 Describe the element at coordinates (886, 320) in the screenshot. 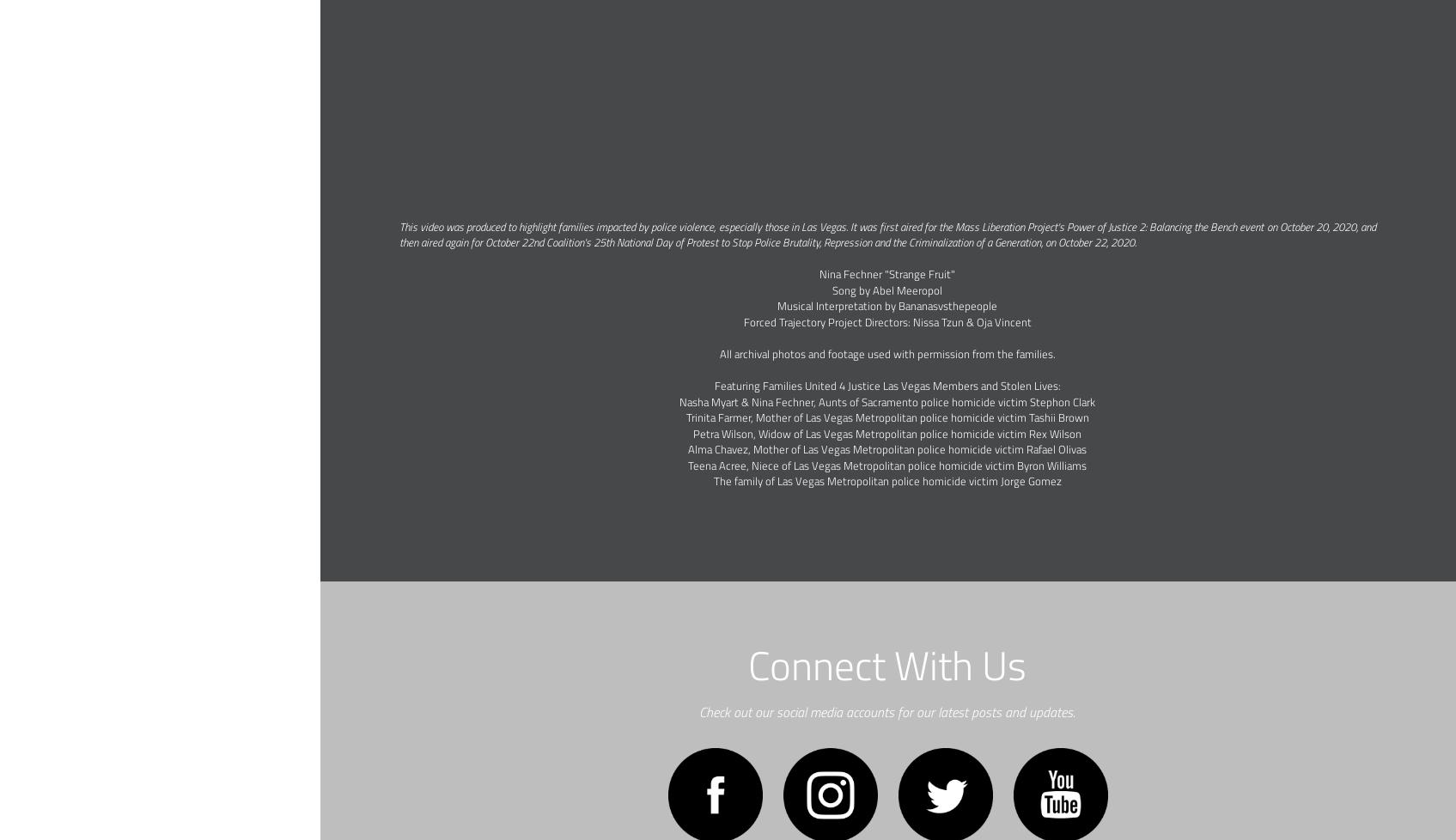

I see `'Forced Trajectory Project Directors: Nissa Tzun & Oja Vincent'` at that location.